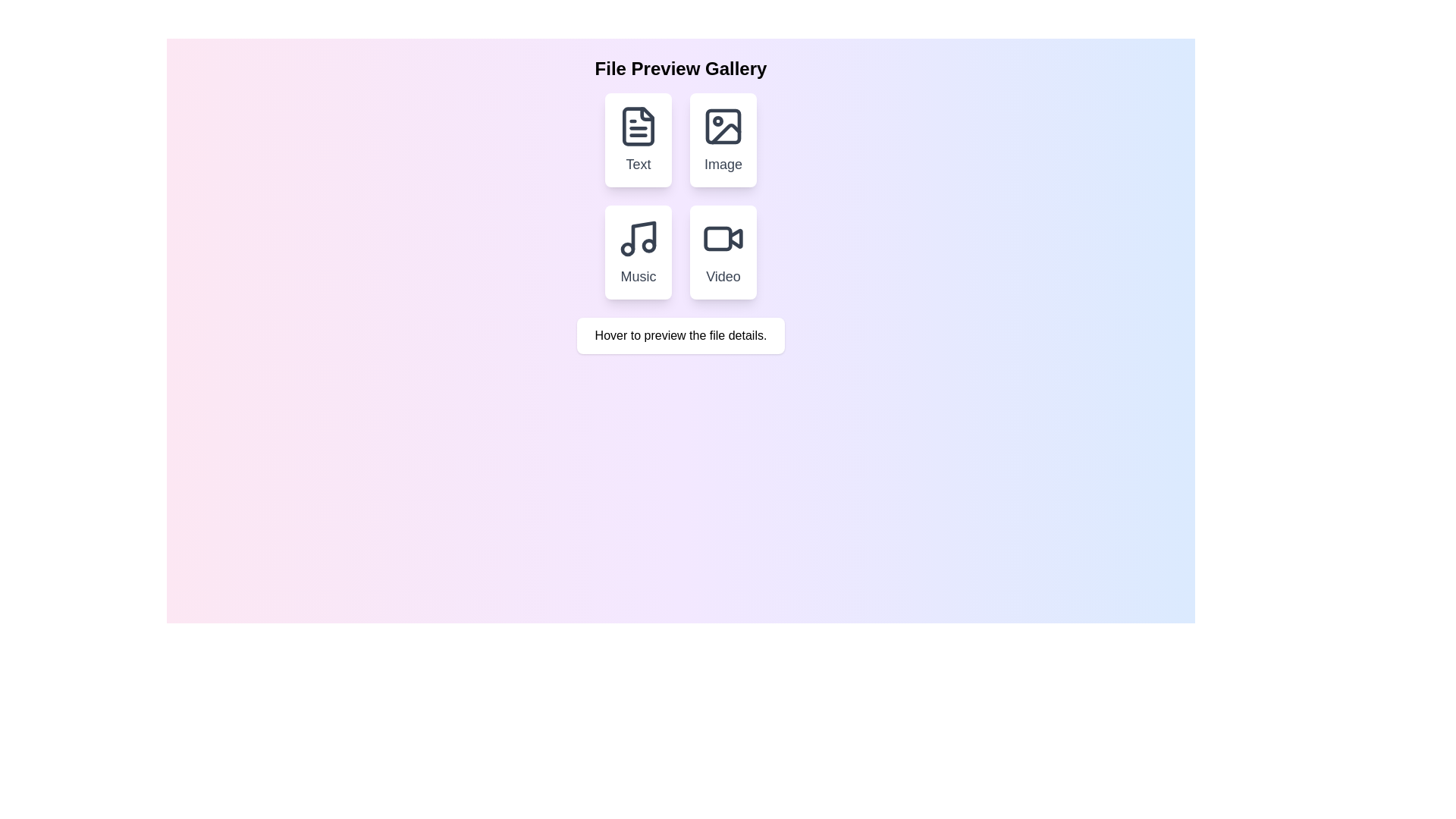 Image resolution: width=1456 pixels, height=819 pixels. Describe the element at coordinates (723, 277) in the screenshot. I see `the static text label for the video preview option located at the bottom of the rectangular card in the second row and second column of the grid` at that location.